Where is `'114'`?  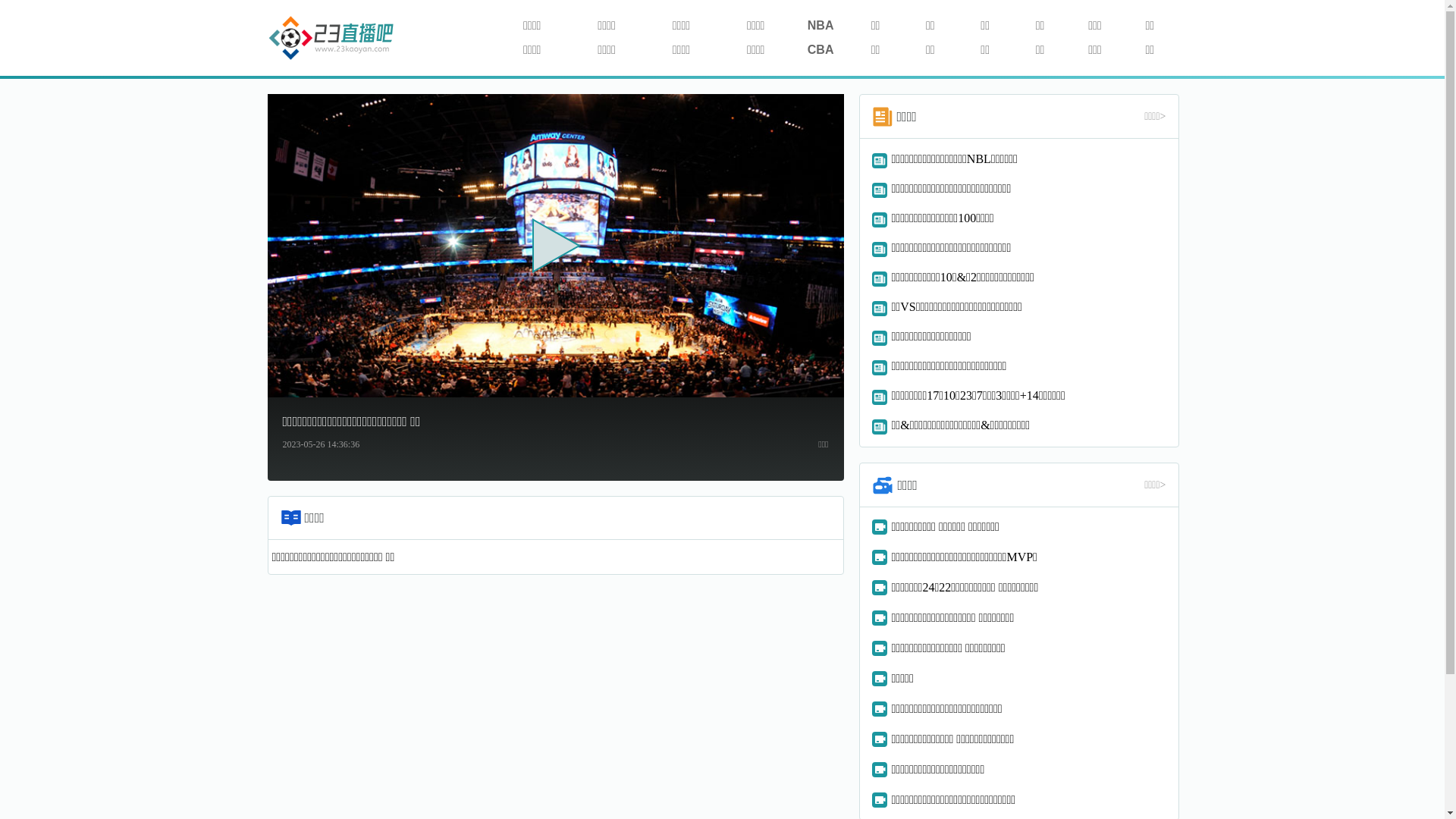
'114' is located at coordinates (330, 39).